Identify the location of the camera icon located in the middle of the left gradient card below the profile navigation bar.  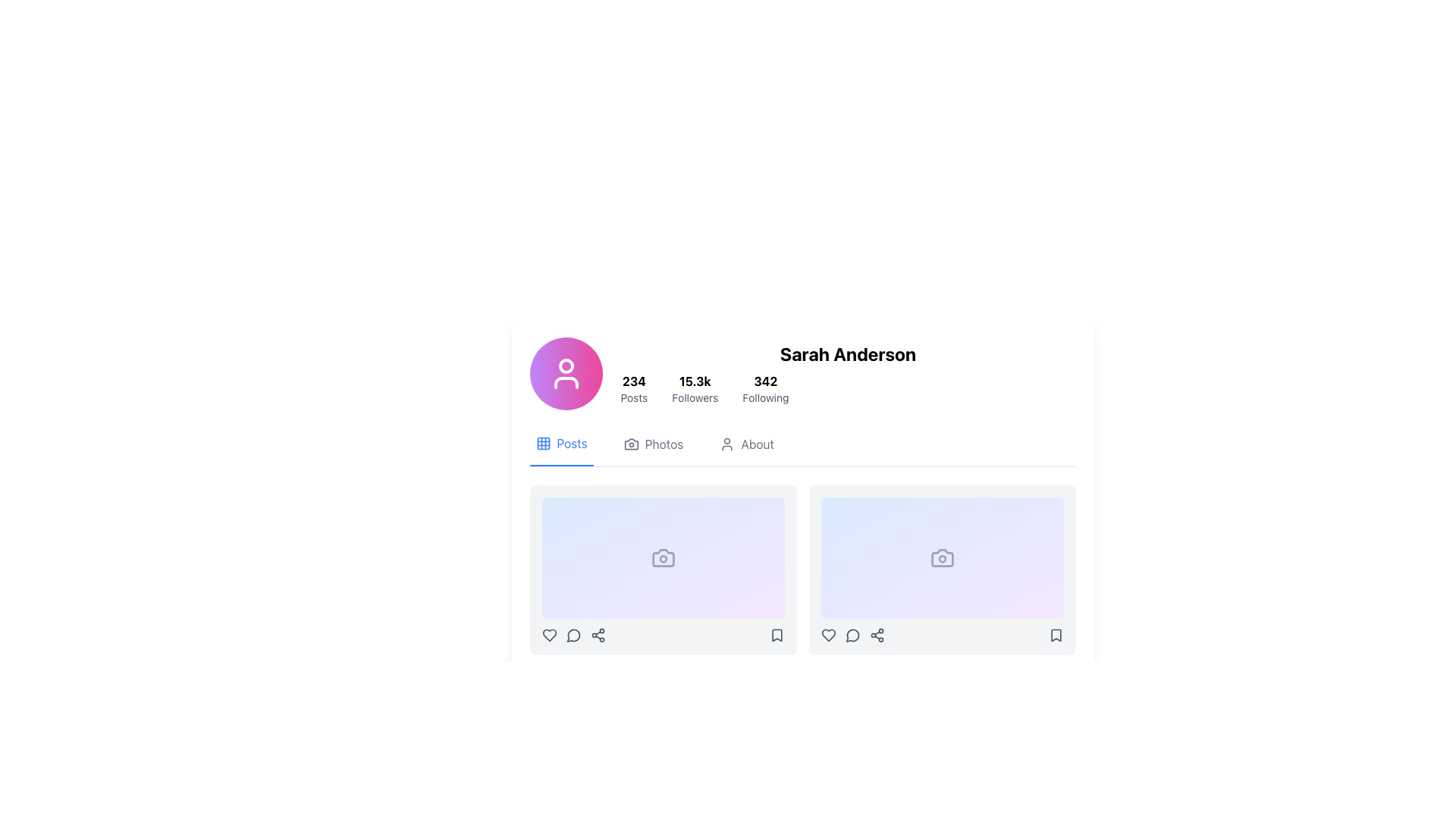
(663, 558).